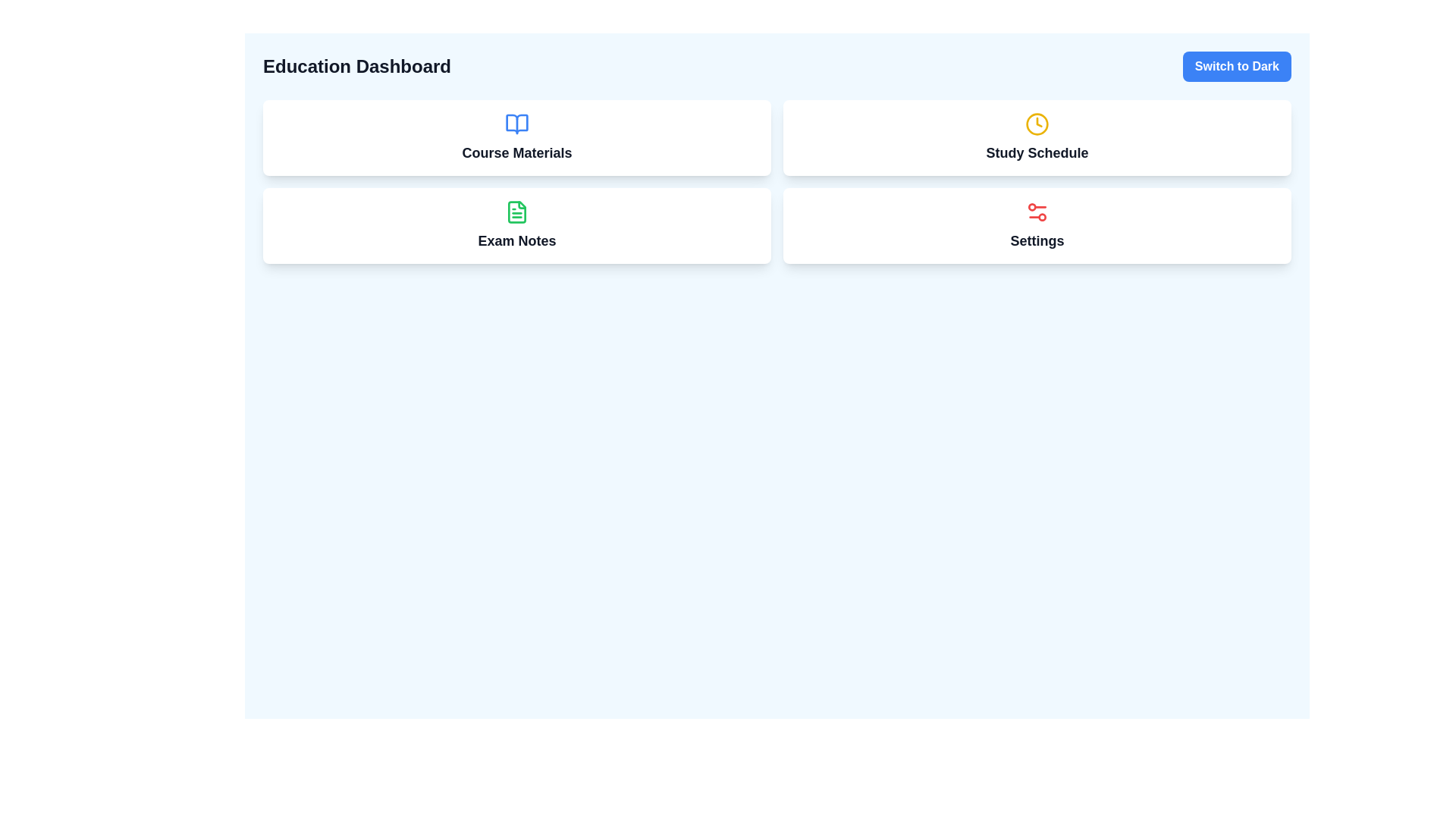 Image resolution: width=1456 pixels, height=819 pixels. Describe the element at coordinates (516, 124) in the screenshot. I see `the decorative icon for 'Course Materials' located at the top-center of the card labeled 'Course Materials'` at that location.